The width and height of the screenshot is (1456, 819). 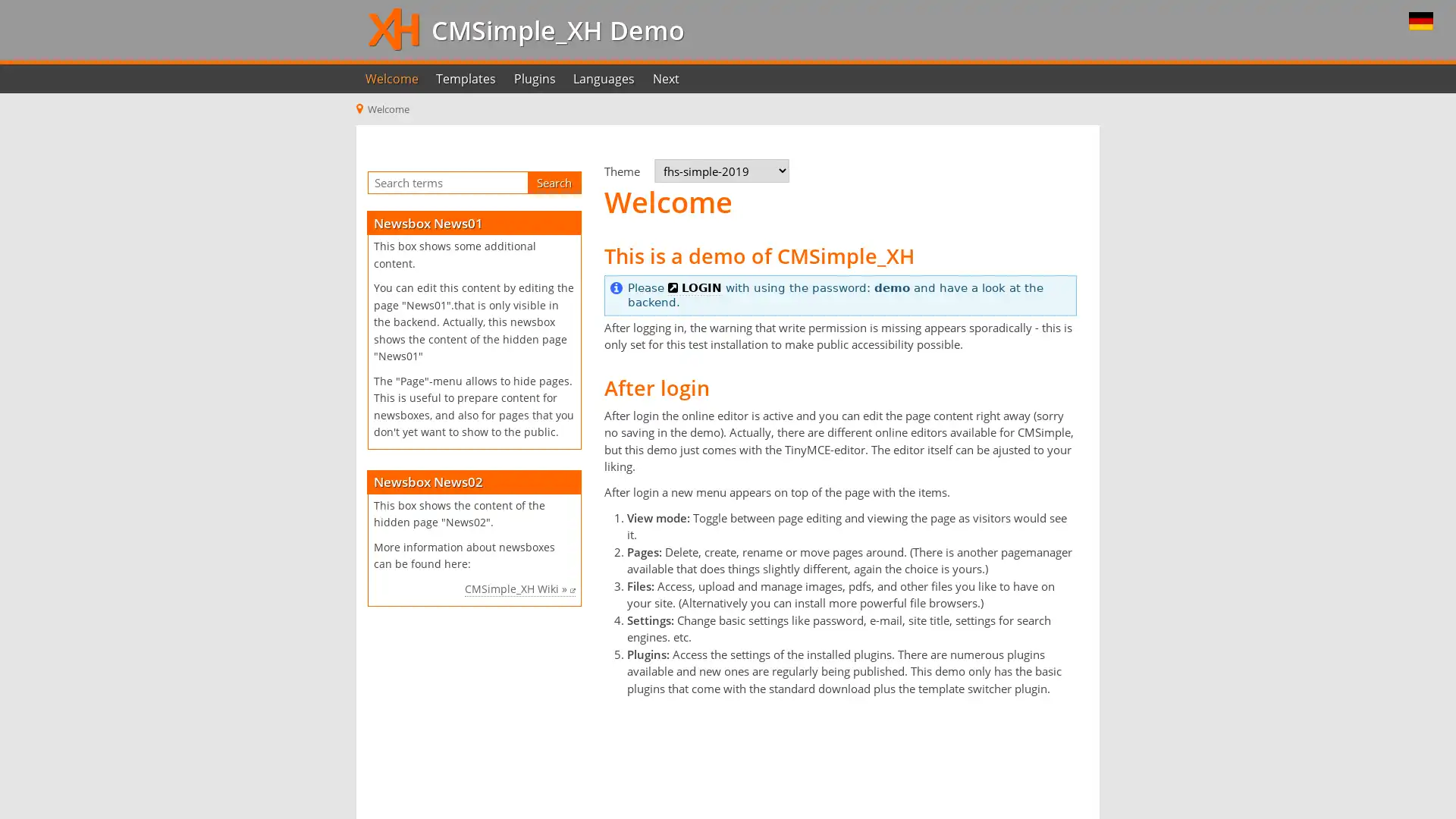 I want to click on Search, so click(x=553, y=181).